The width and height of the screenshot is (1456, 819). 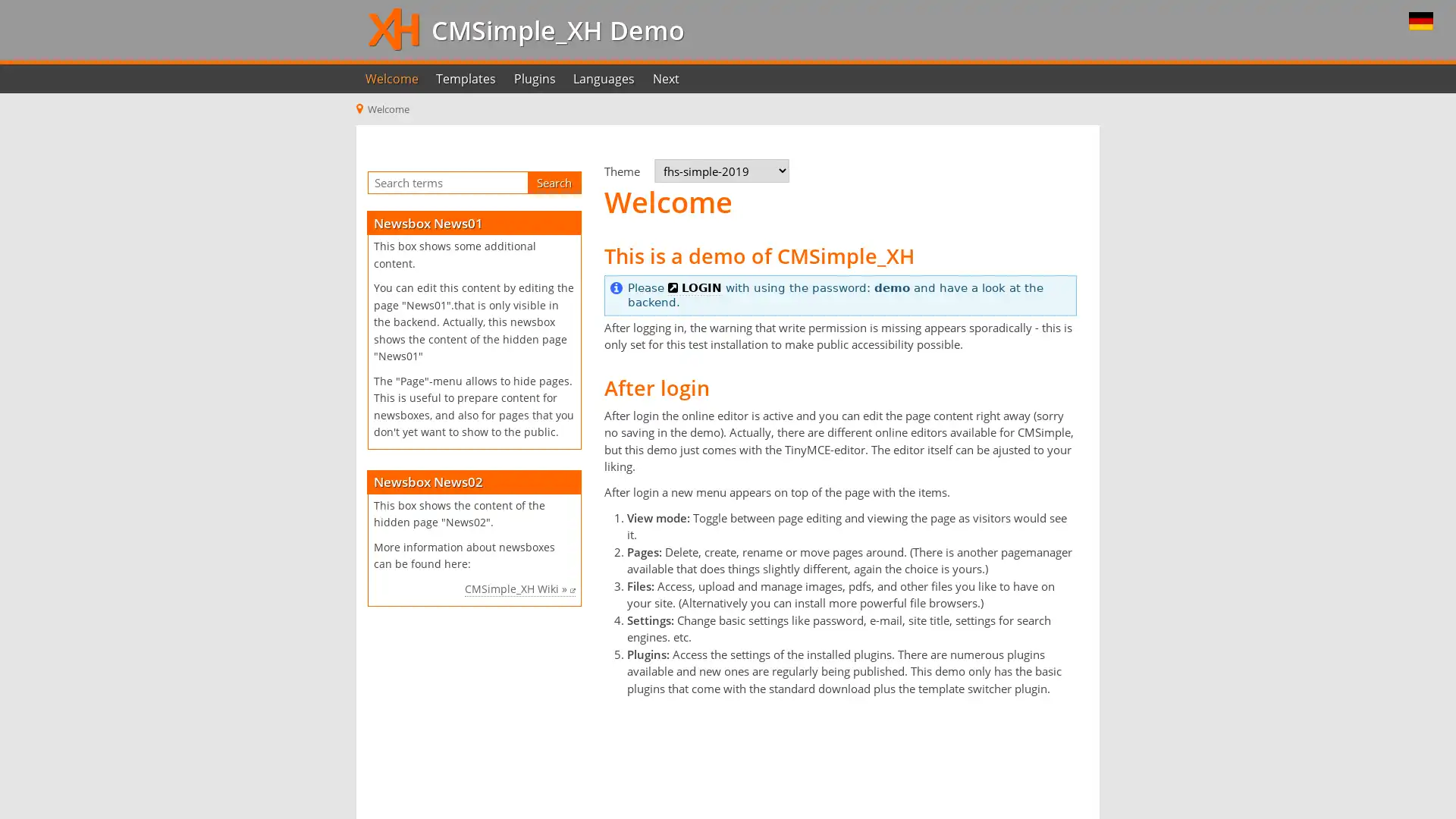 I want to click on Search, so click(x=553, y=181).